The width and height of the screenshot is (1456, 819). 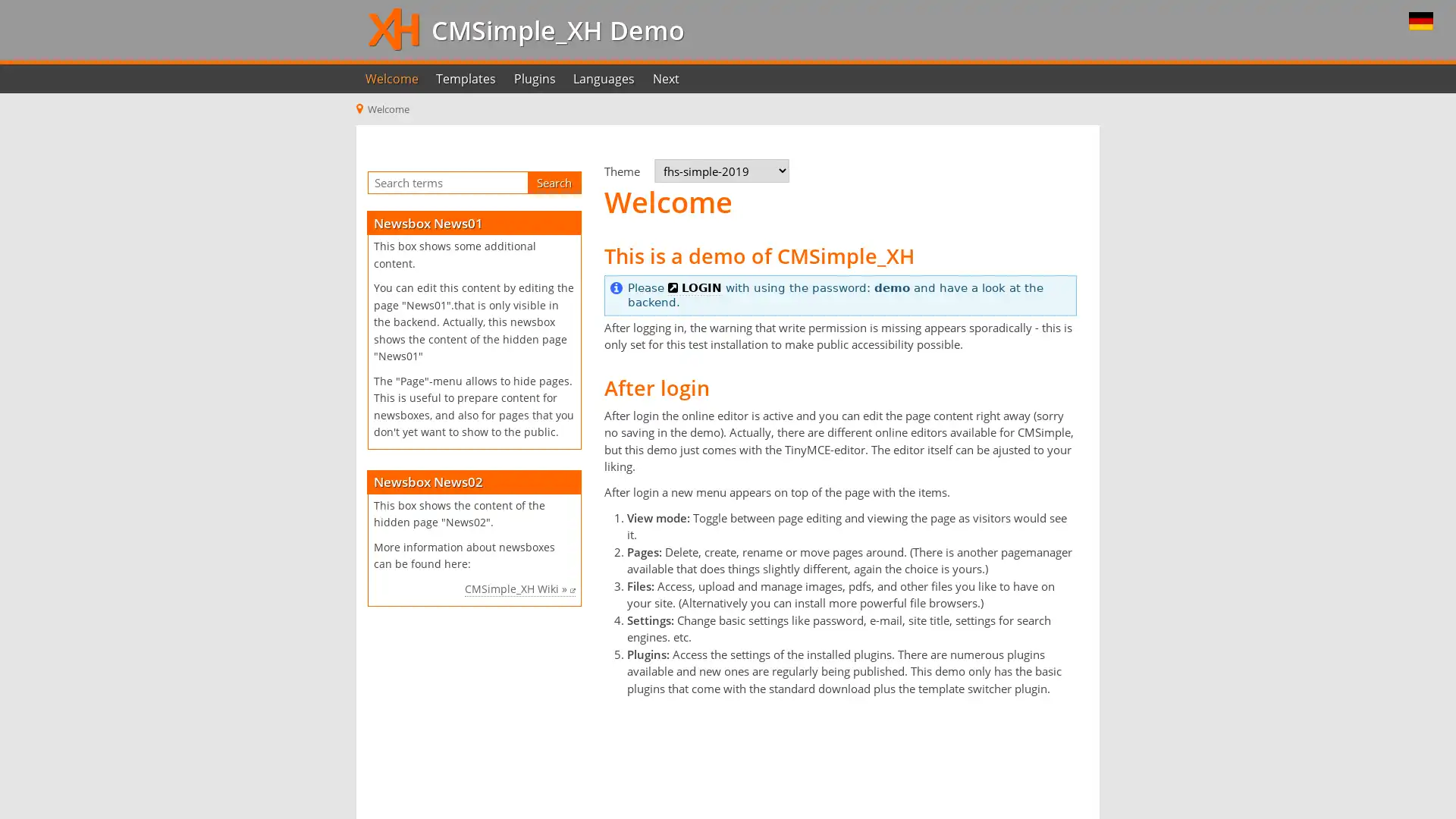 I want to click on Search, so click(x=553, y=181).